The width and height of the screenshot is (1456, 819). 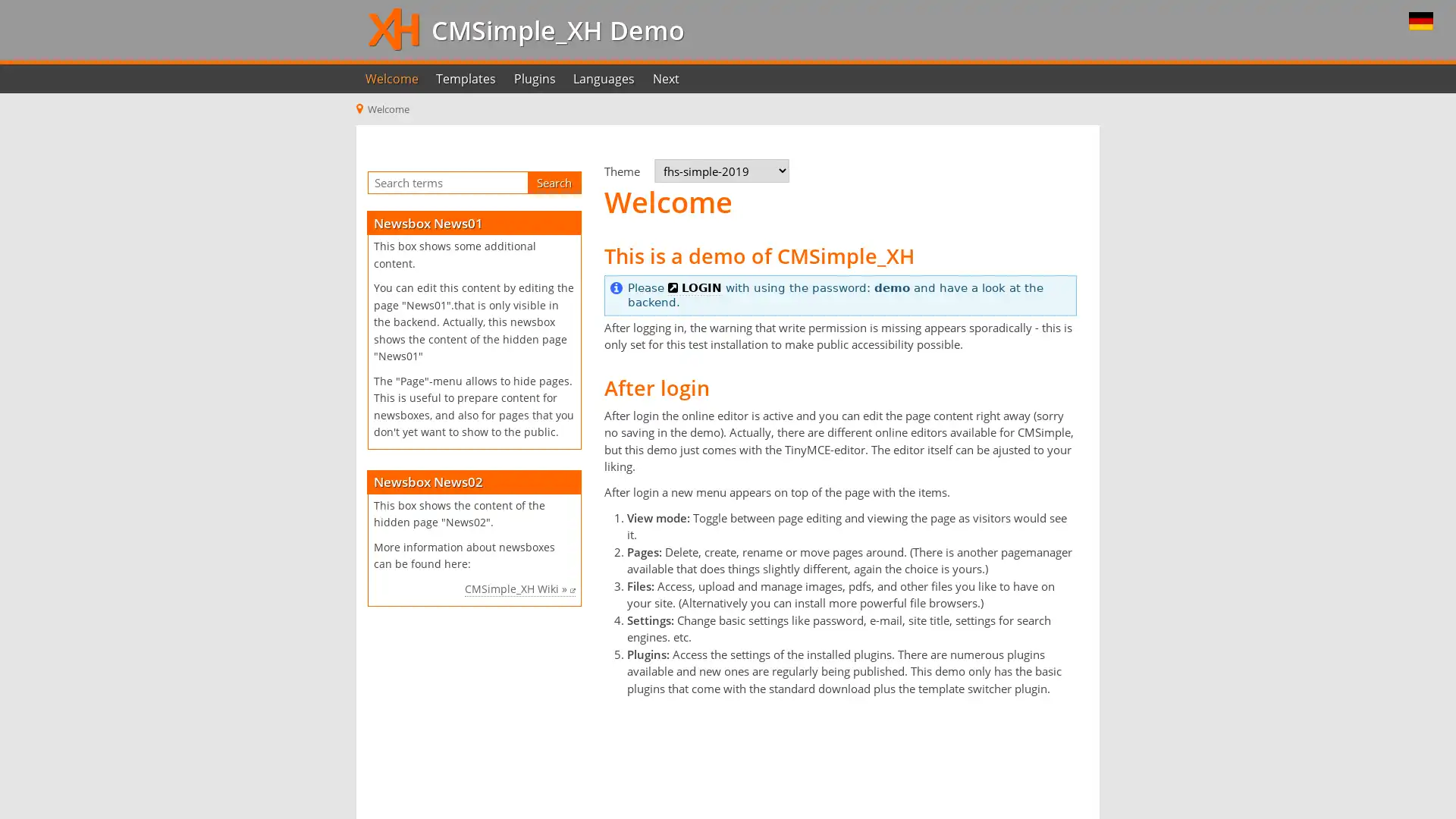 I want to click on Search, so click(x=553, y=181).